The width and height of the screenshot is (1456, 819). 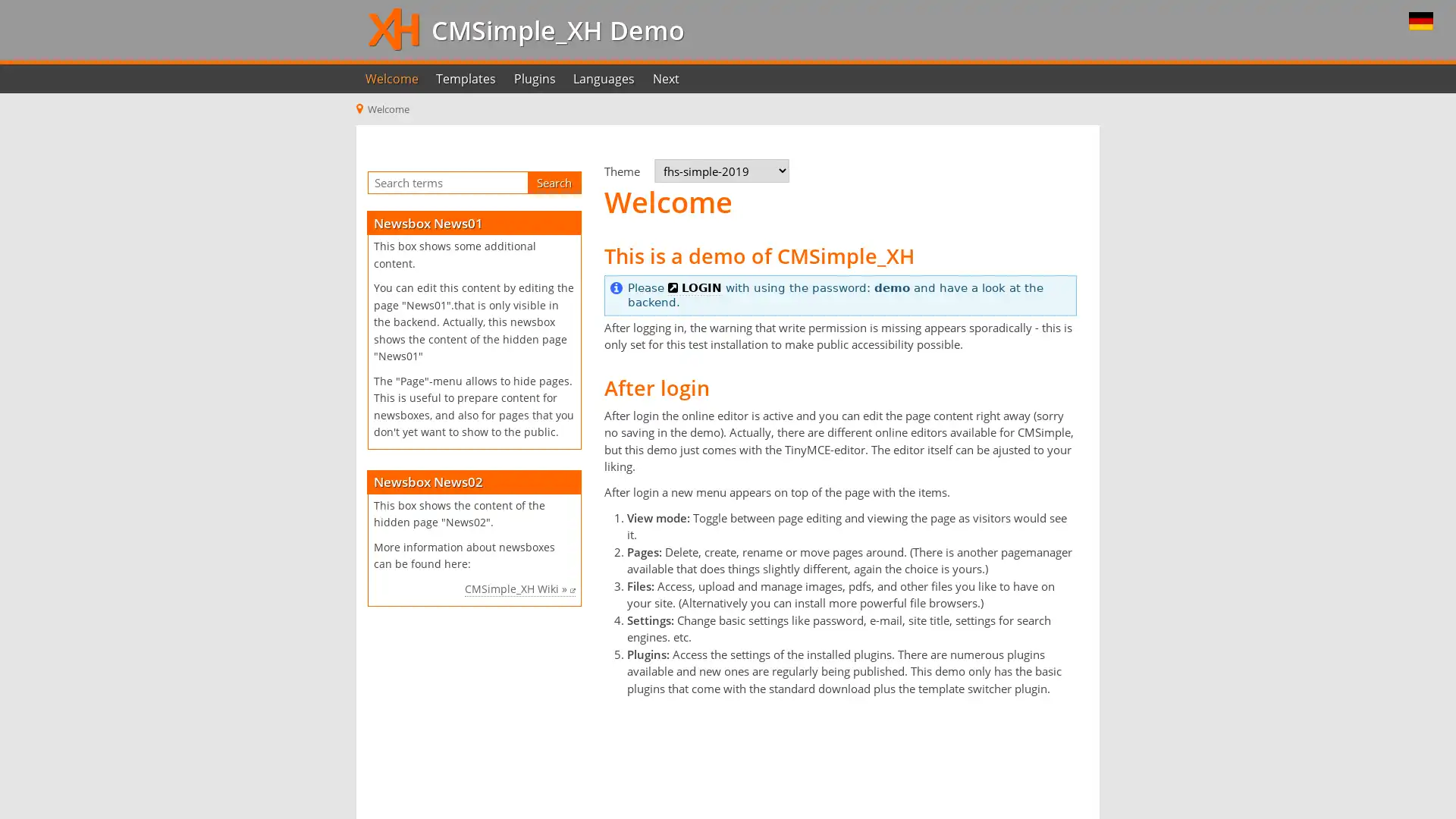 I want to click on Search, so click(x=553, y=181).